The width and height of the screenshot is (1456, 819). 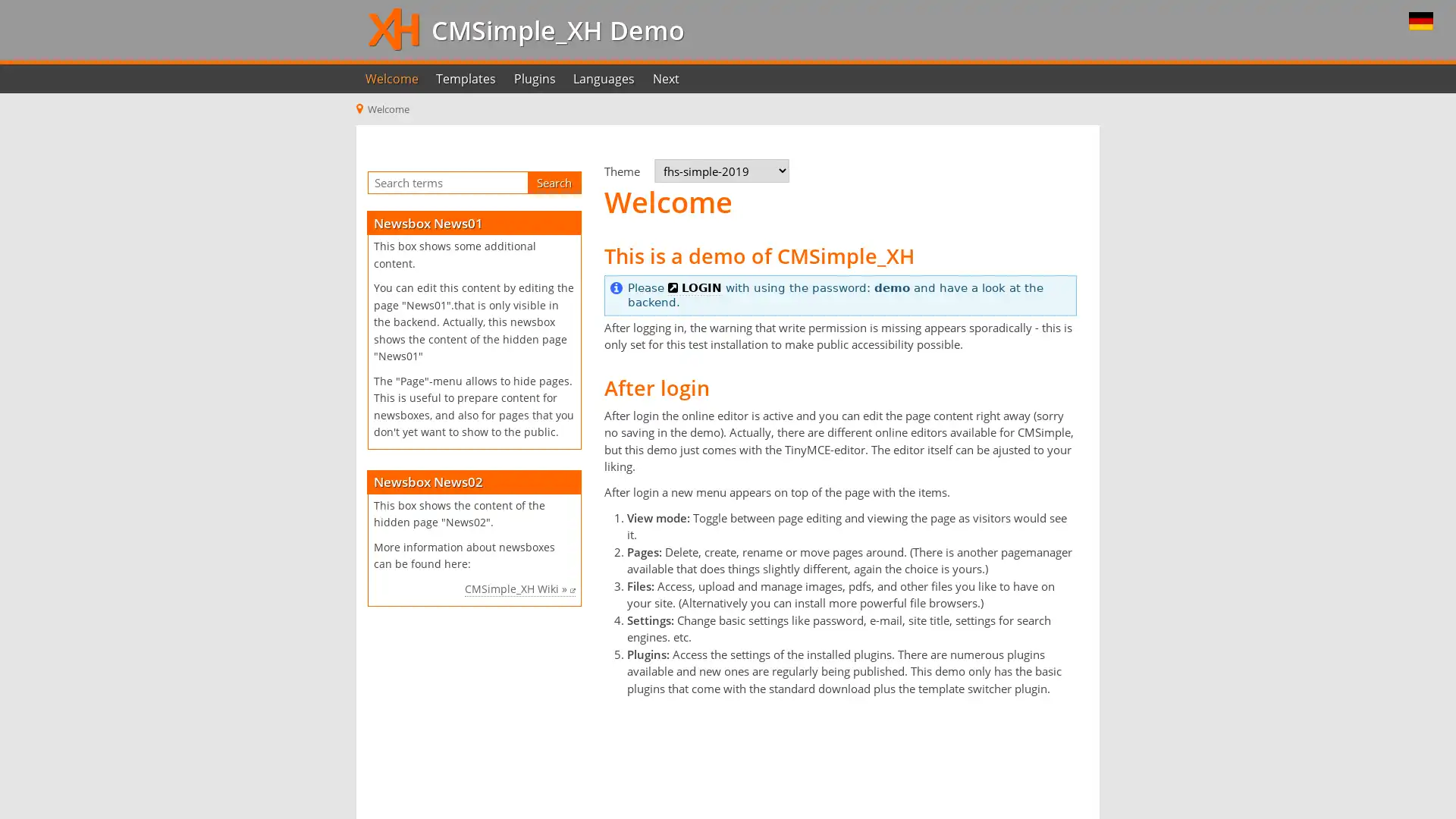 I want to click on Search, so click(x=553, y=181).